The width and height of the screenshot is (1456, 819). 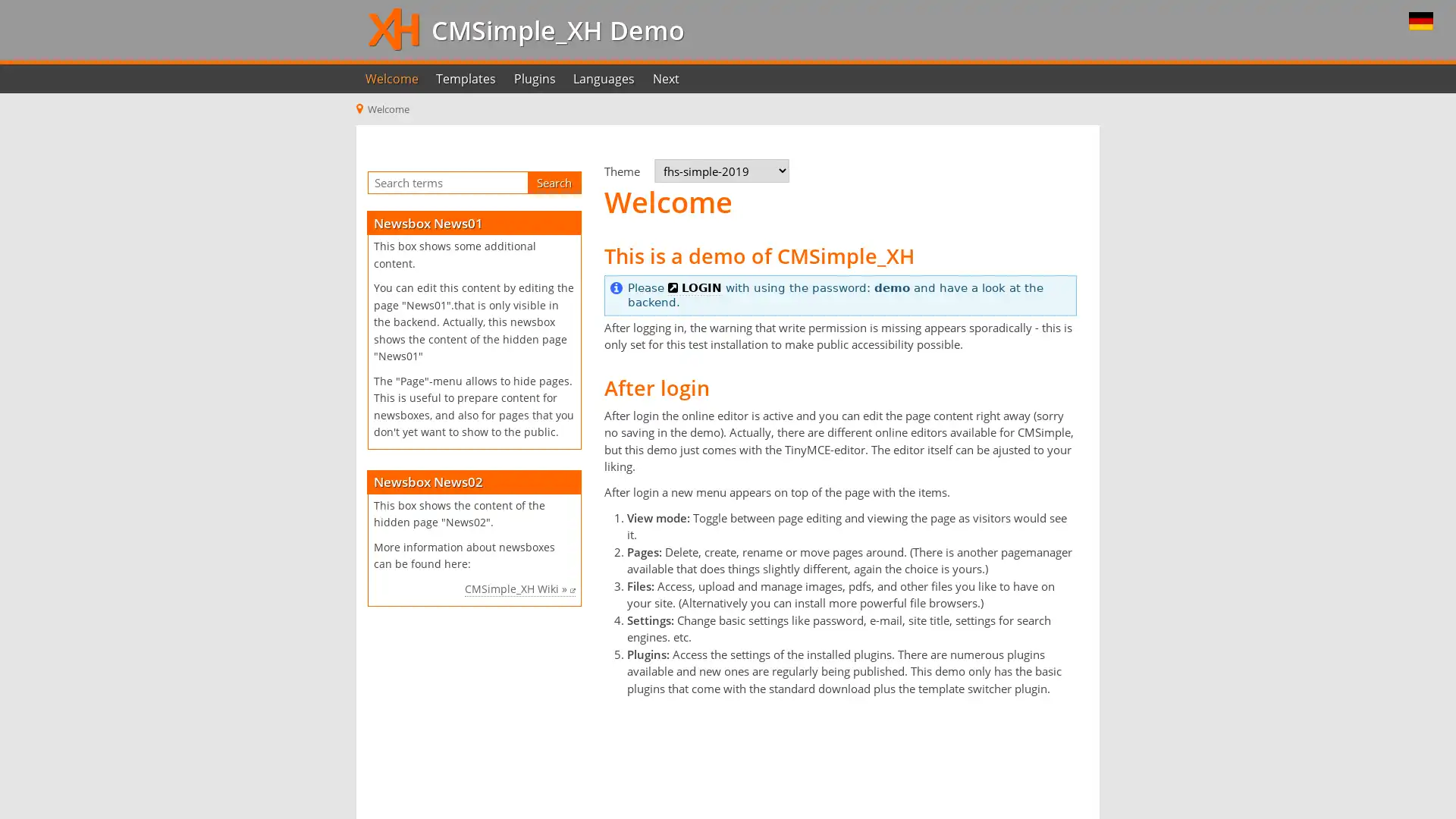 I want to click on Search, so click(x=553, y=181).